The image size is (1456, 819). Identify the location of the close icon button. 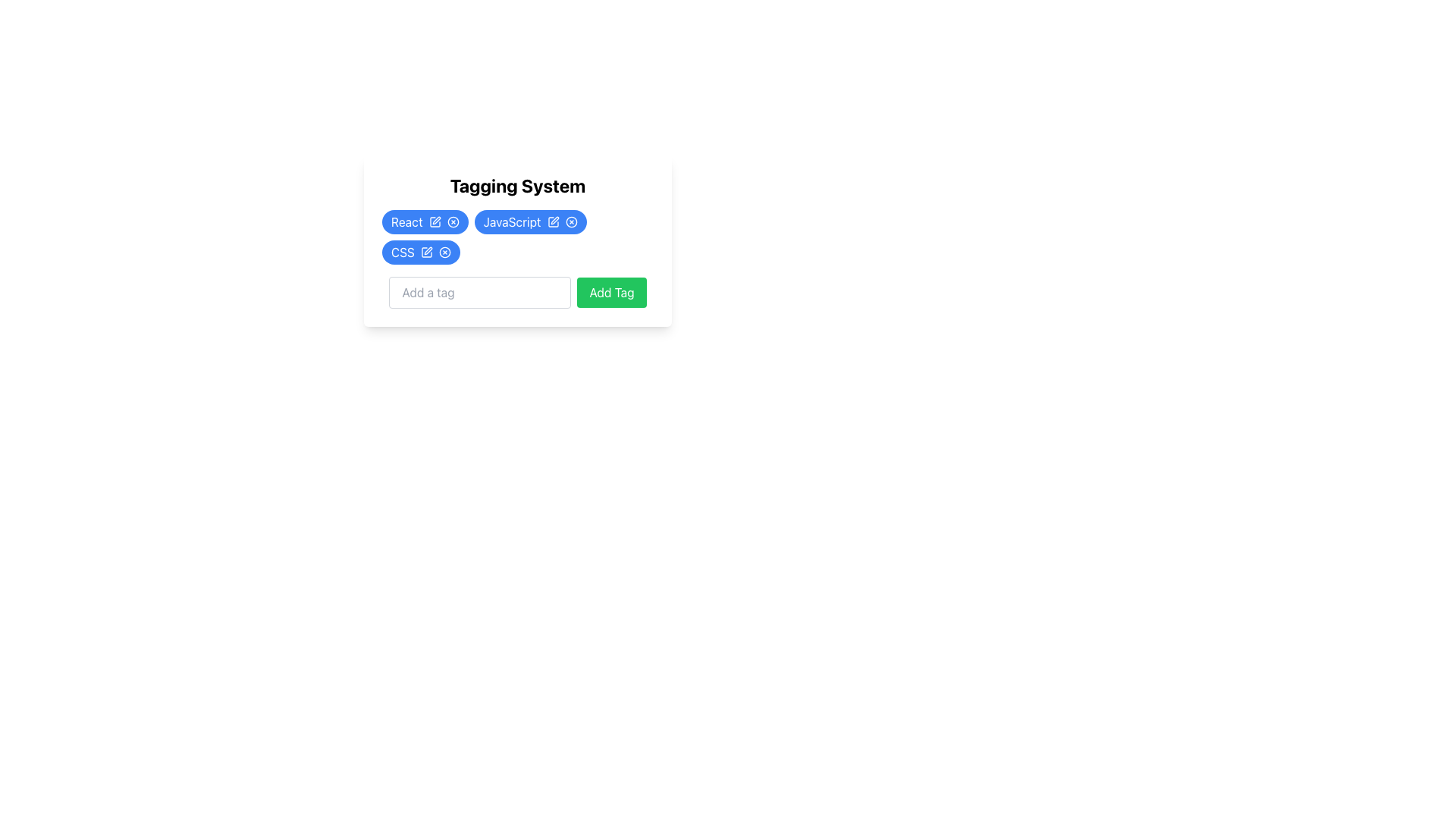
(452, 222).